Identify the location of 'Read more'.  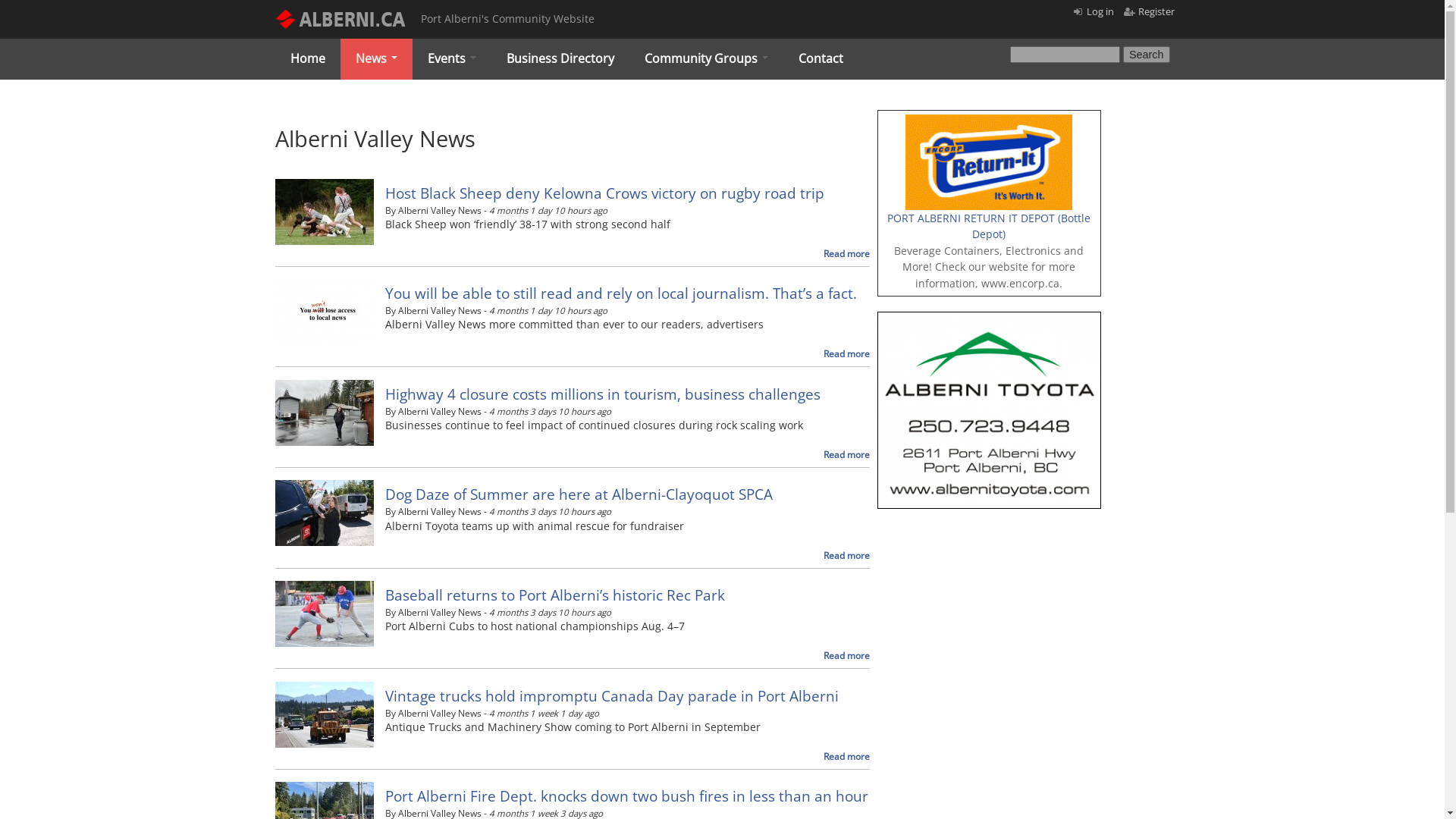
(846, 654).